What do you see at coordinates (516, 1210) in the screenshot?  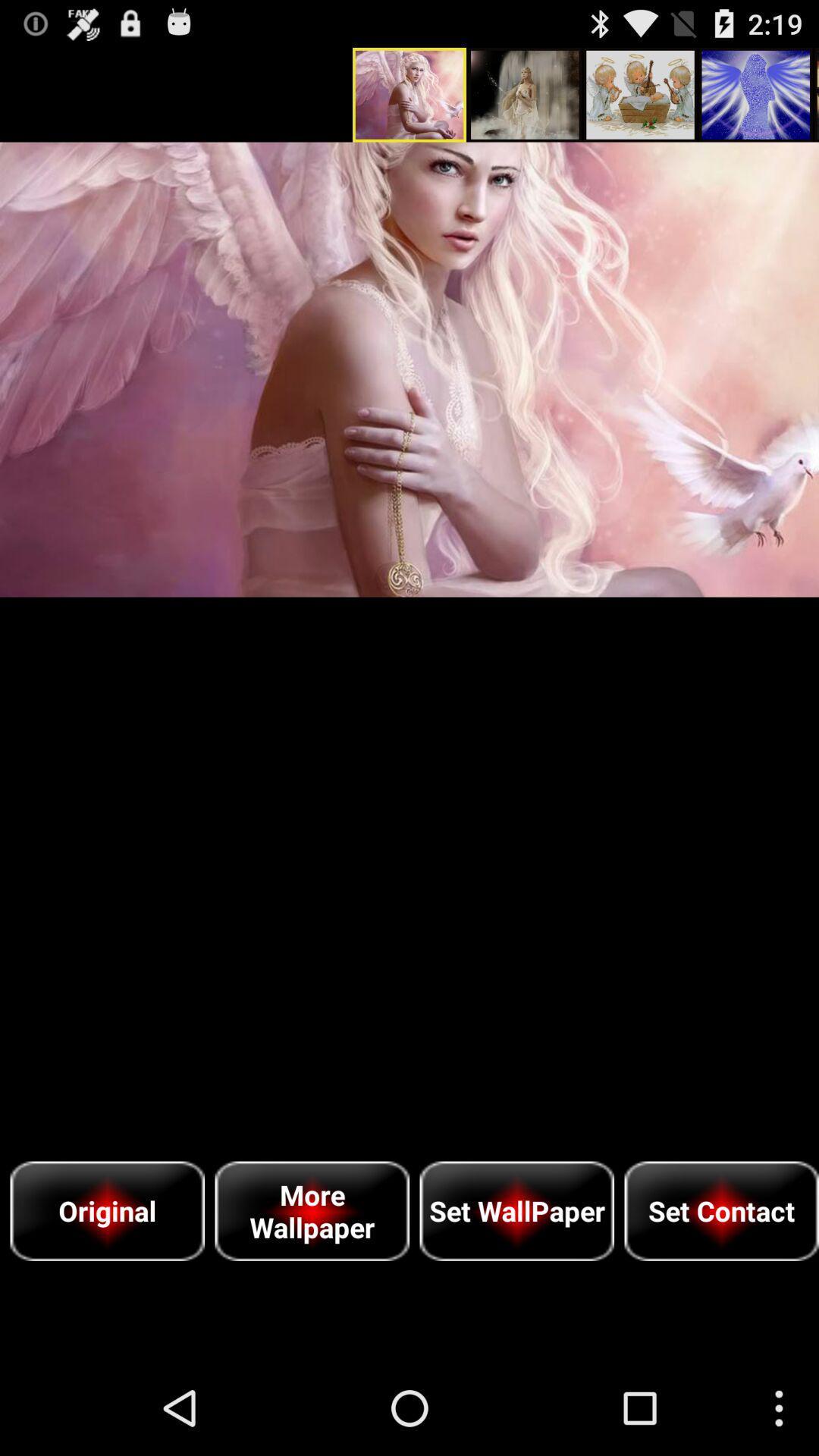 I see `the item to the left of the set contact icon` at bounding box center [516, 1210].